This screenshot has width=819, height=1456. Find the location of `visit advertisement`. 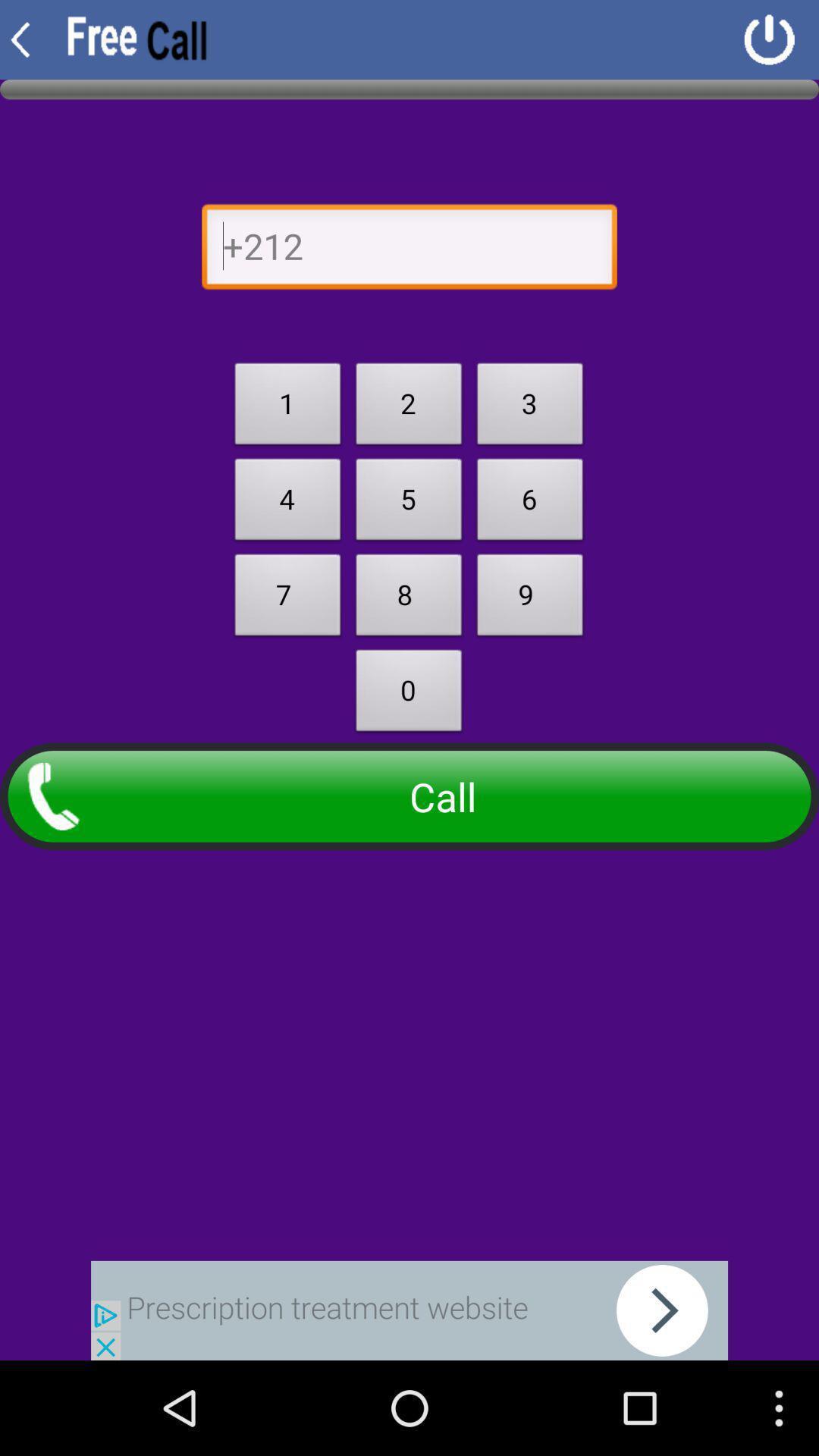

visit advertisement is located at coordinates (409, 1310).